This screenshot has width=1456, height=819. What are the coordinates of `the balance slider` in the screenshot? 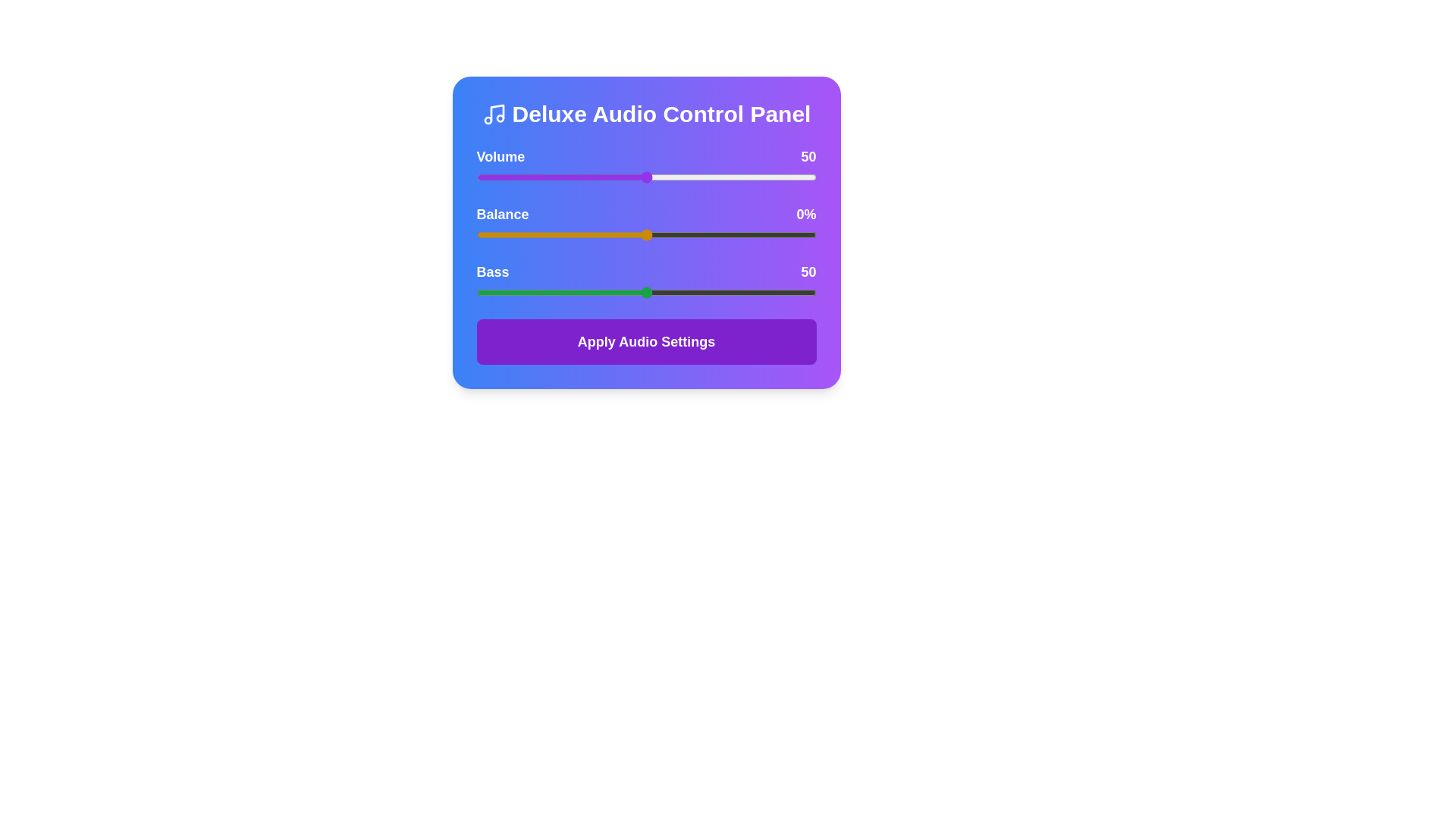 It's located at (623, 234).